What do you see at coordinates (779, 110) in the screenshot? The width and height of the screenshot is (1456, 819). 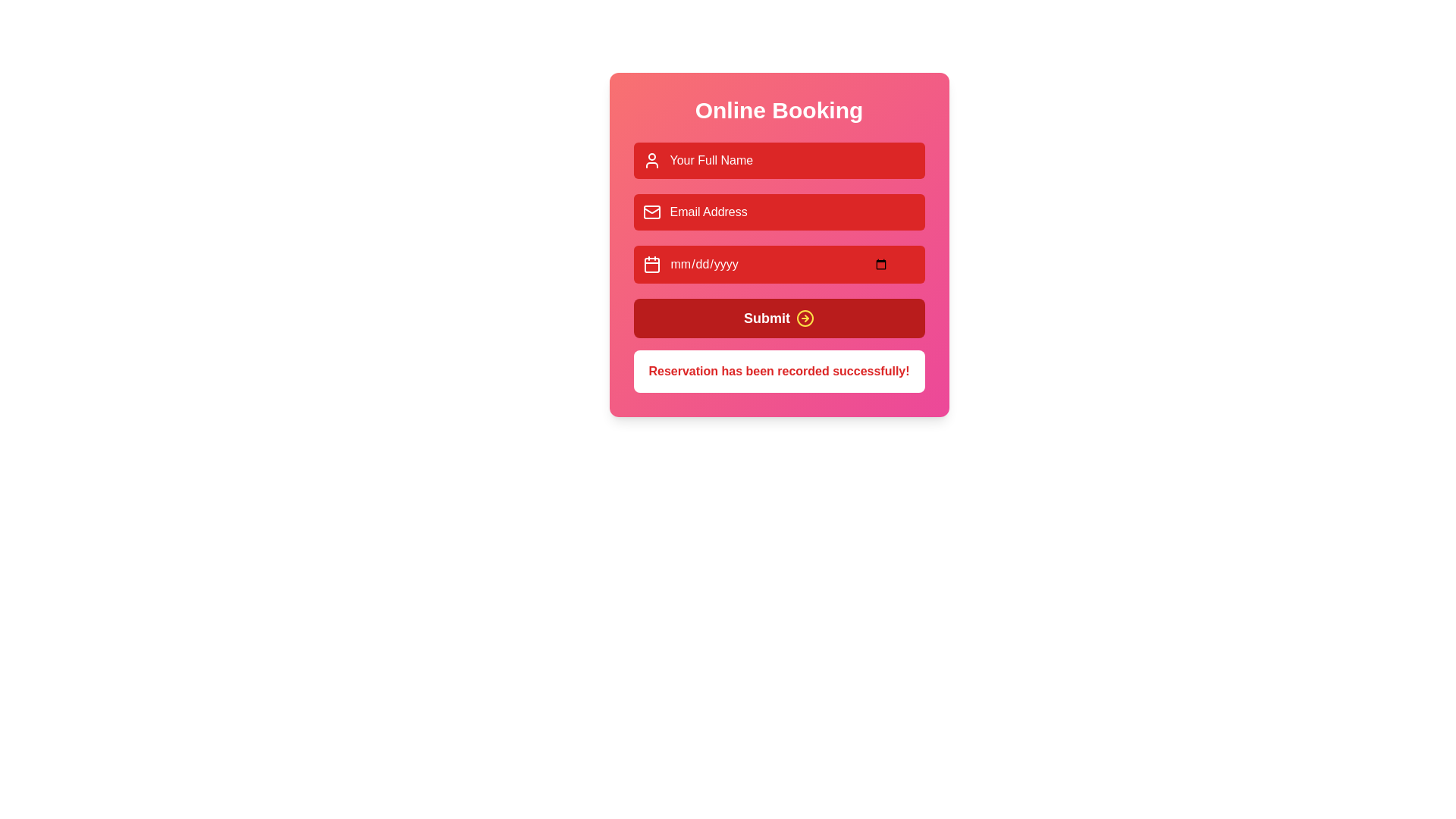 I see `the Label or Heading Text at the top of the form section, which serves as the title for the associated form` at bounding box center [779, 110].